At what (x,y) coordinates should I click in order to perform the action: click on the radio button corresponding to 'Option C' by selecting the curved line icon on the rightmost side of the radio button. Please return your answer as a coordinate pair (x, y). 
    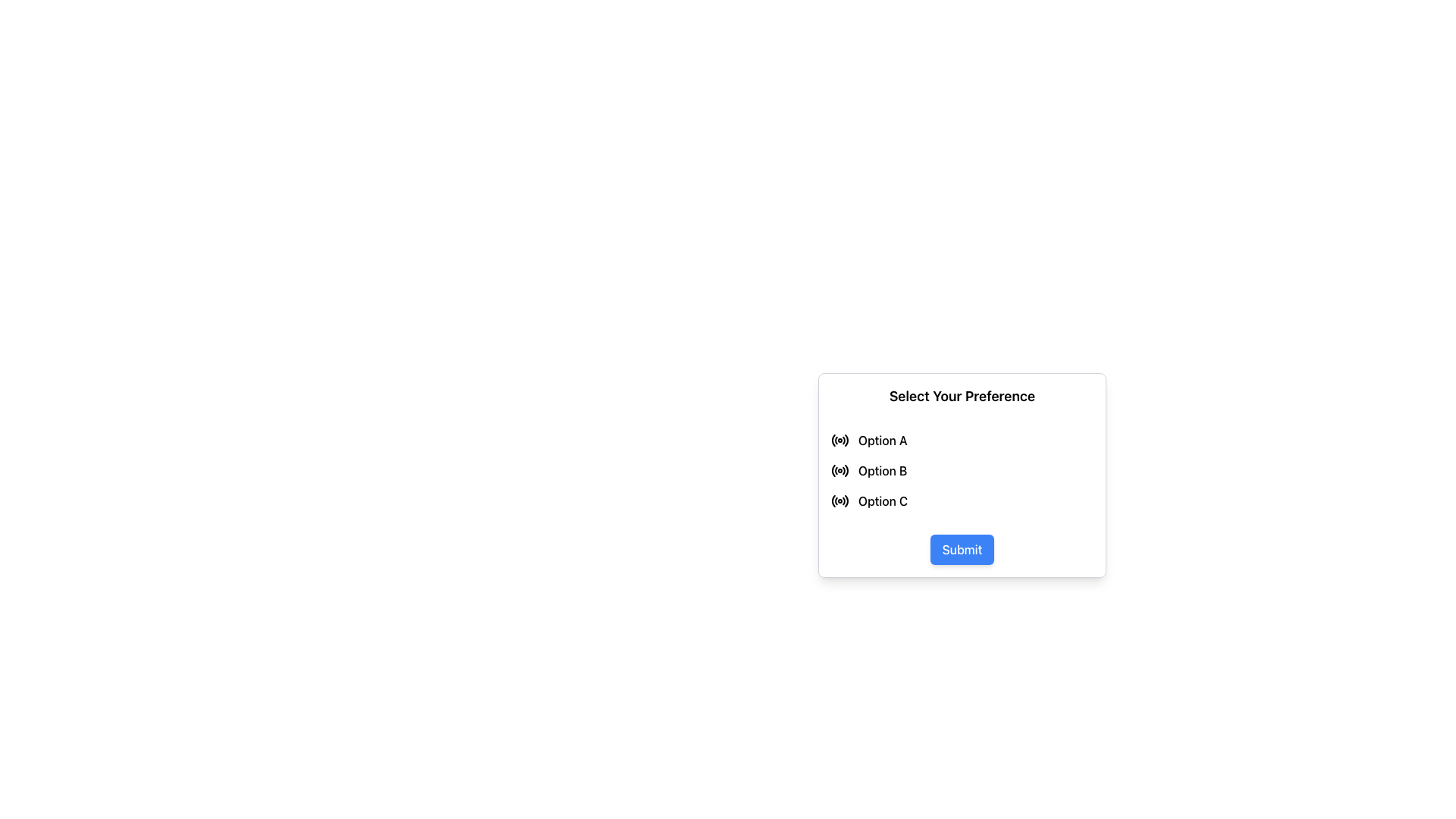
    Looking at the image, I should click on (846, 500).